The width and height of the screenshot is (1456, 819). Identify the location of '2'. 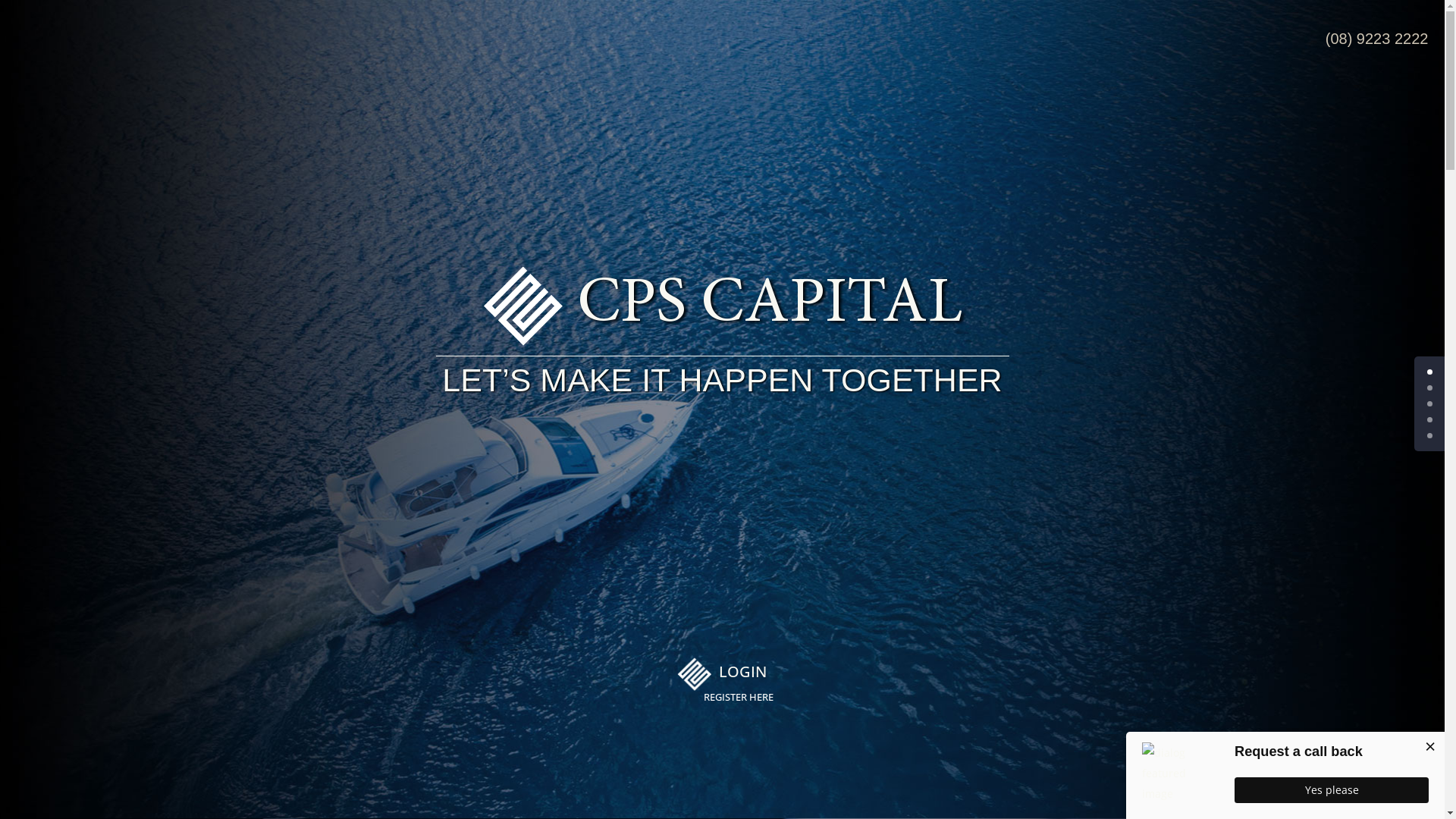
(1429, 403).